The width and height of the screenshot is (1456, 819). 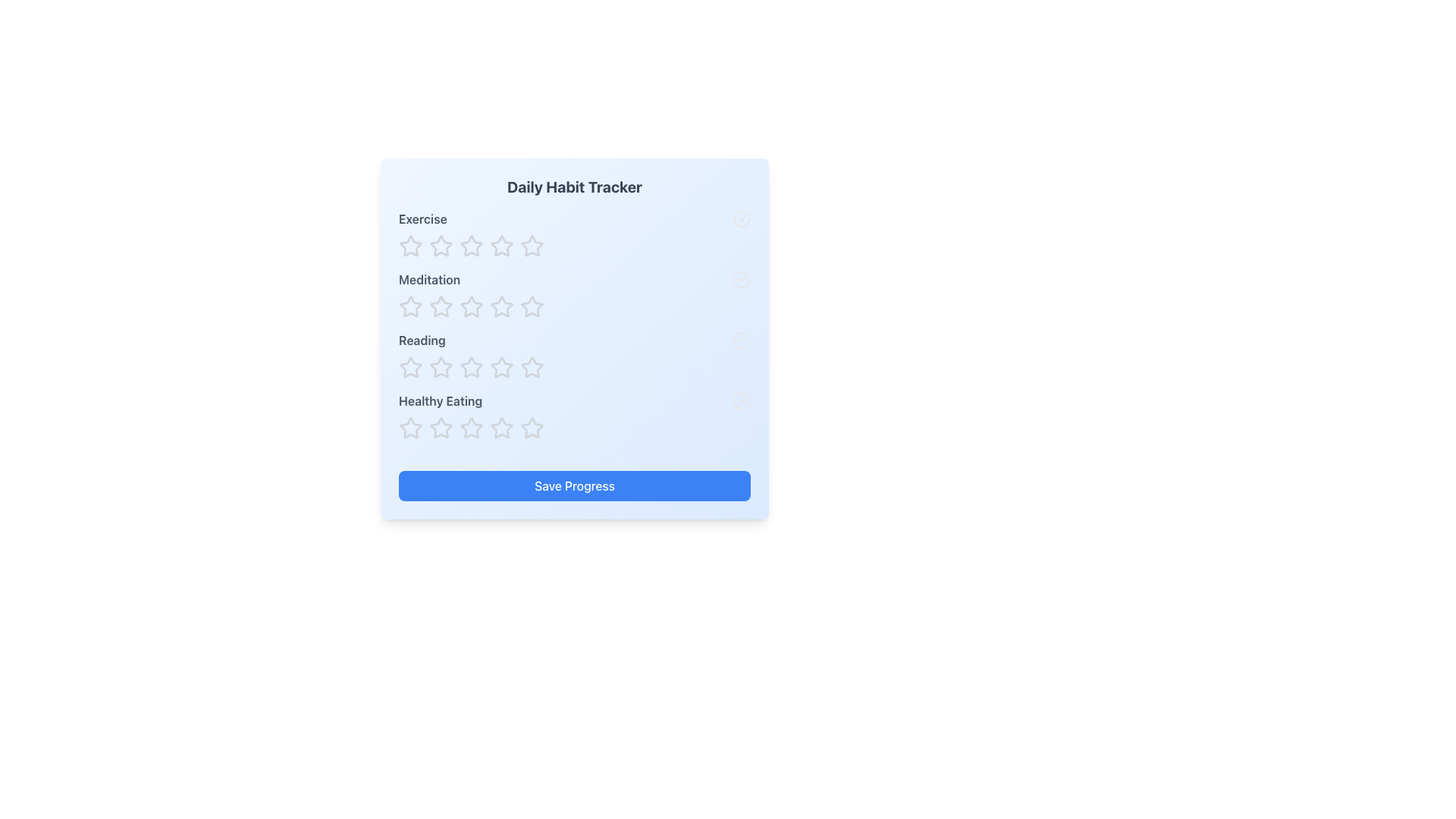 What do you see at coordinates (502, 307) in the screenshot?
I see `the fourth star-shaped icon in the Daily Habit Tracker interface labeled 'Meditation'` at bounding box center [502, 307].